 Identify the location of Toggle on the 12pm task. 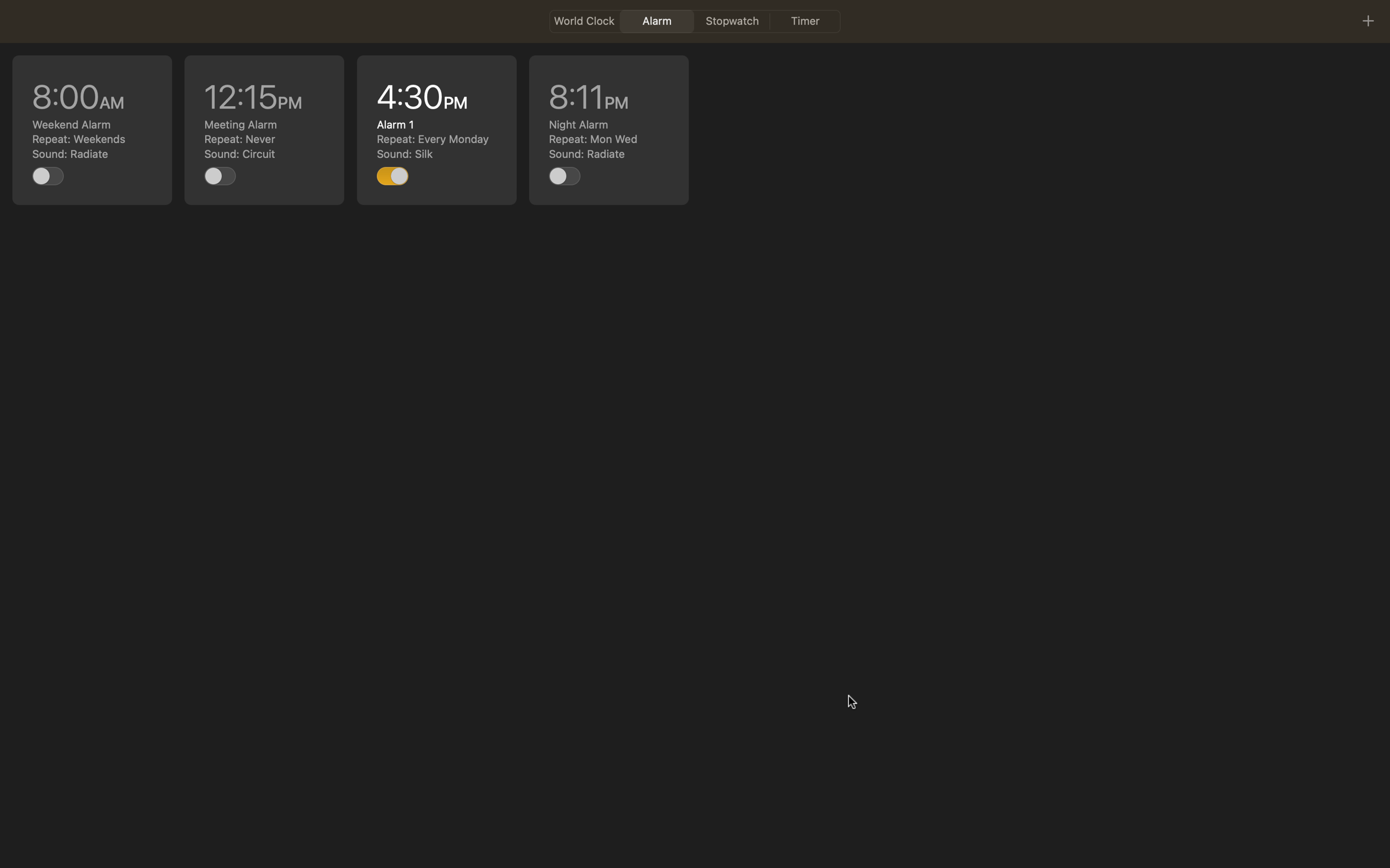
(220, 175).